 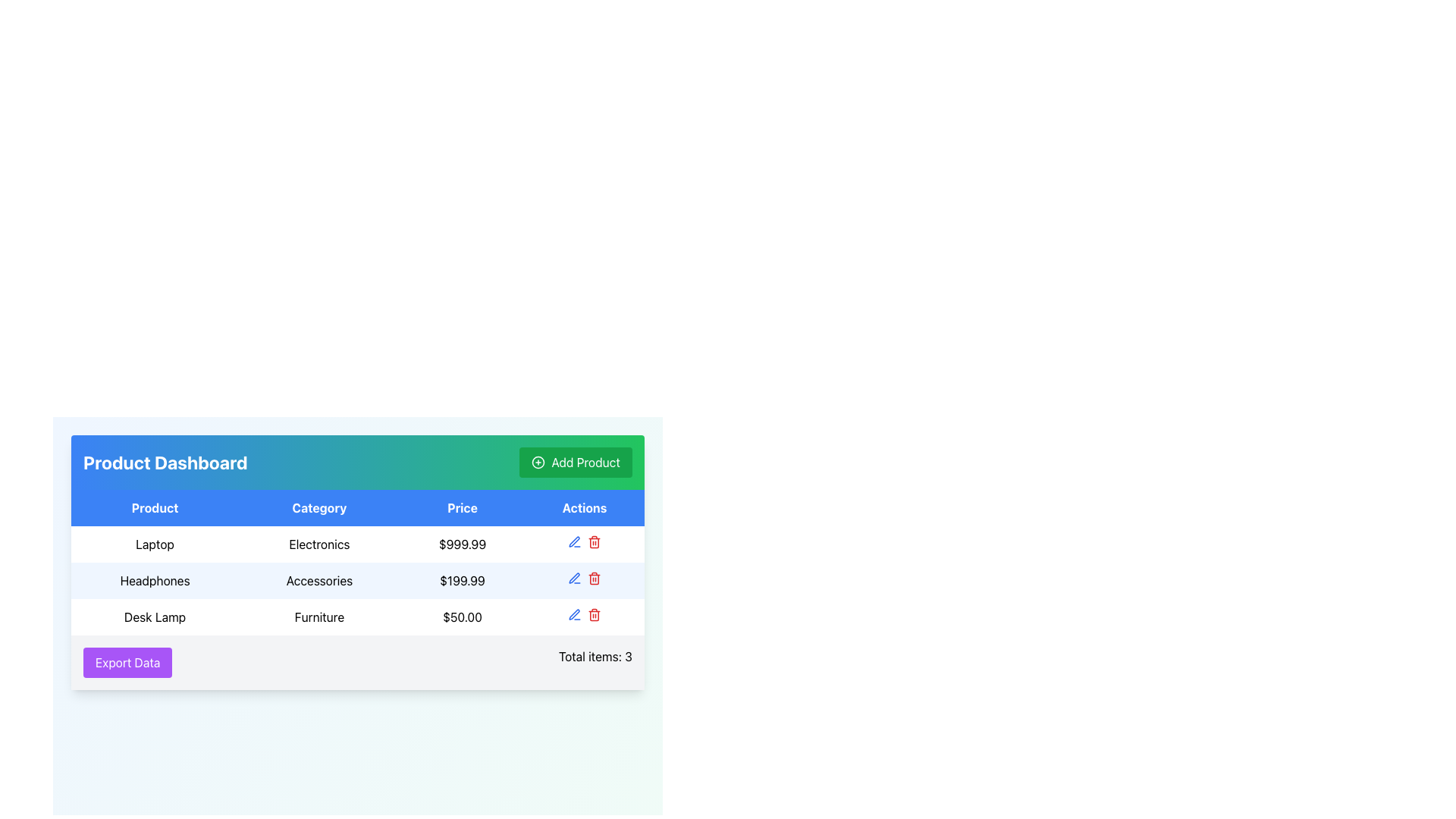 I want to click on the 'Category' column header label in the data table to sort the column, so click(x=318, y=508).